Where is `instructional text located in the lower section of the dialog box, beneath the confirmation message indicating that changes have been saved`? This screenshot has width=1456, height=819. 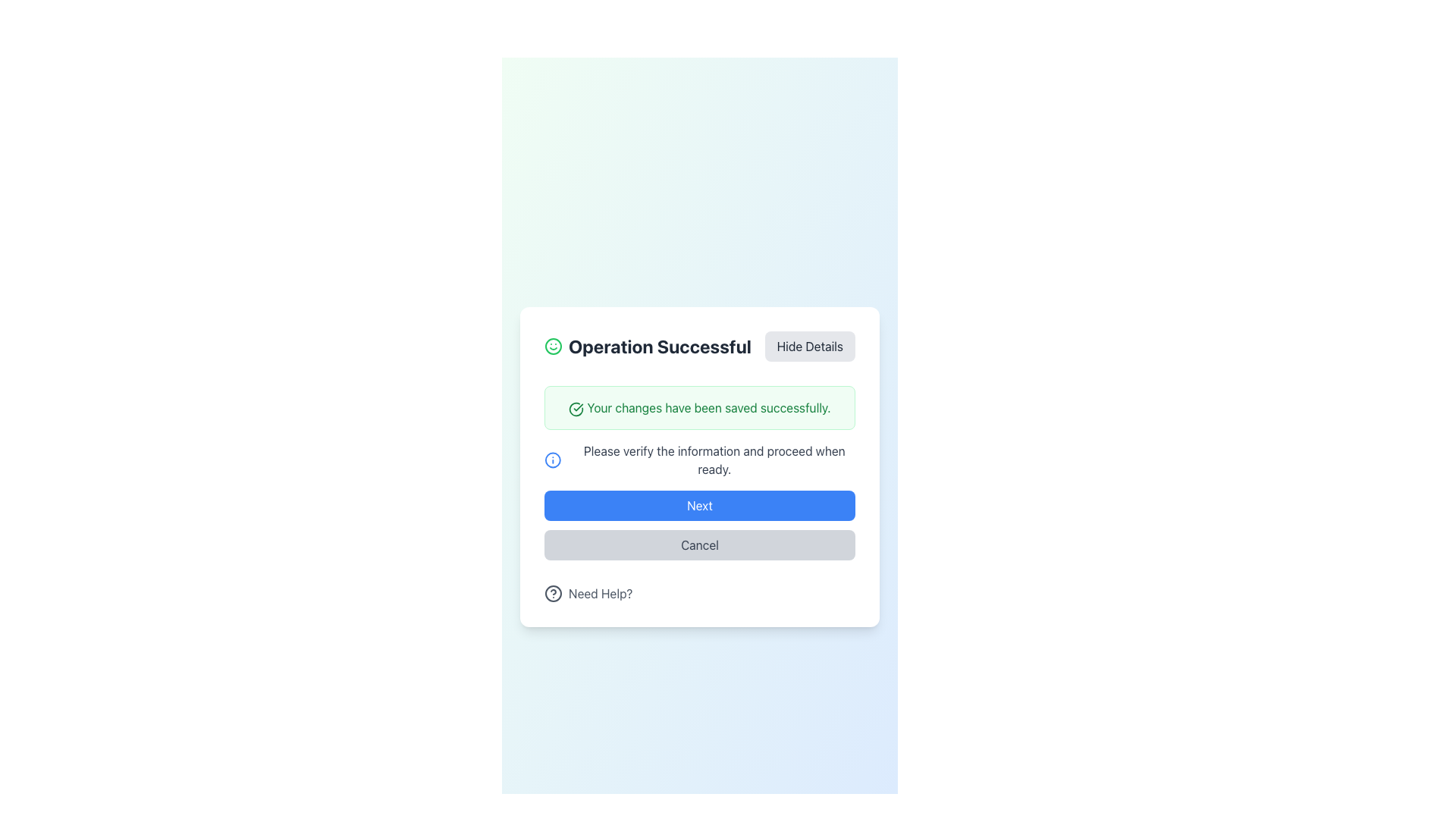
instructional text located in the lower section of the dialog box, beneath the confirmation message indicating that changes have been saved is located at coordinates (714, 459).